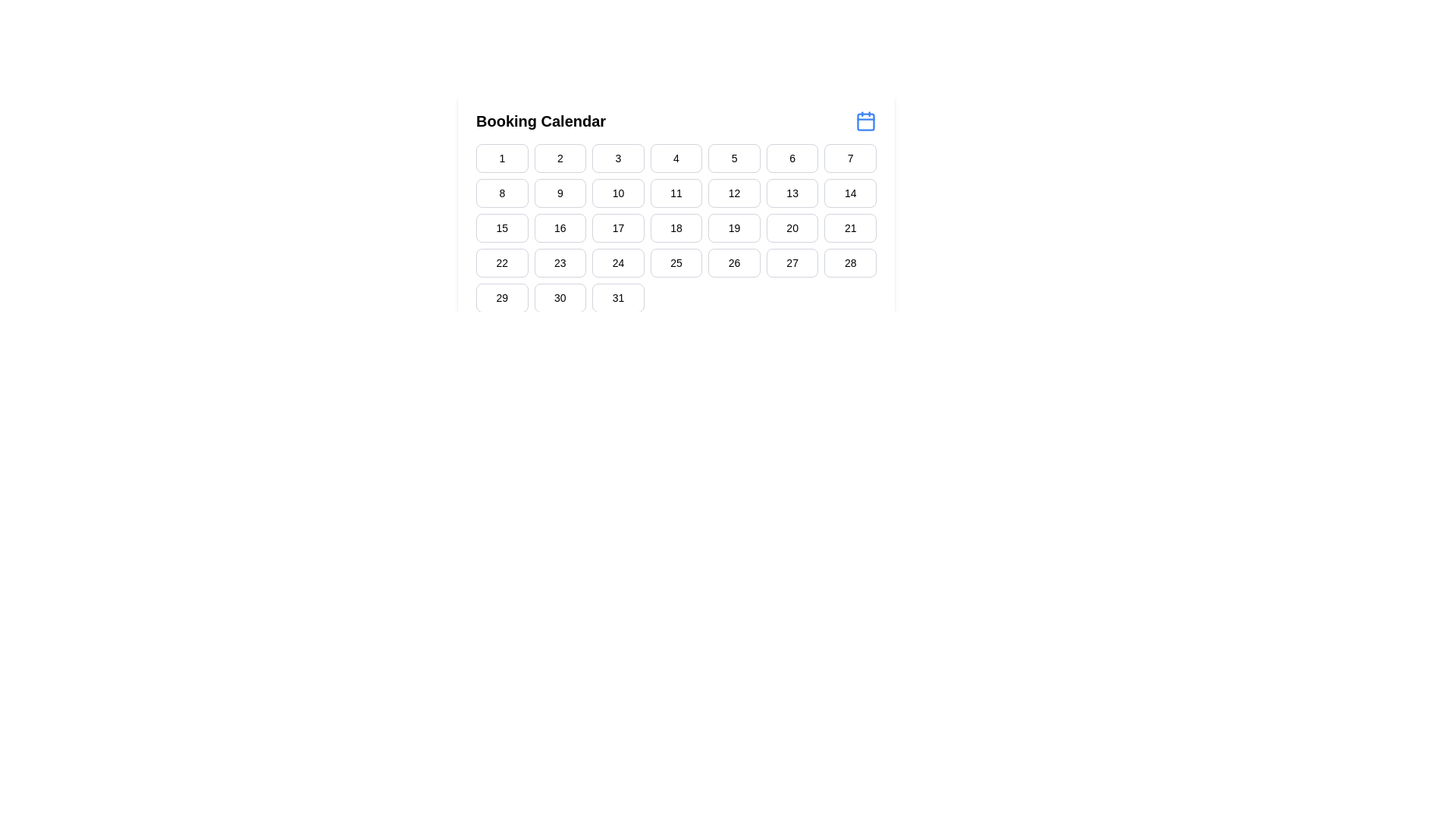 The width and height of the screenshot is (1456, 819). I want to click on the bold text label 'Booking Calendar', so click(541, 120).